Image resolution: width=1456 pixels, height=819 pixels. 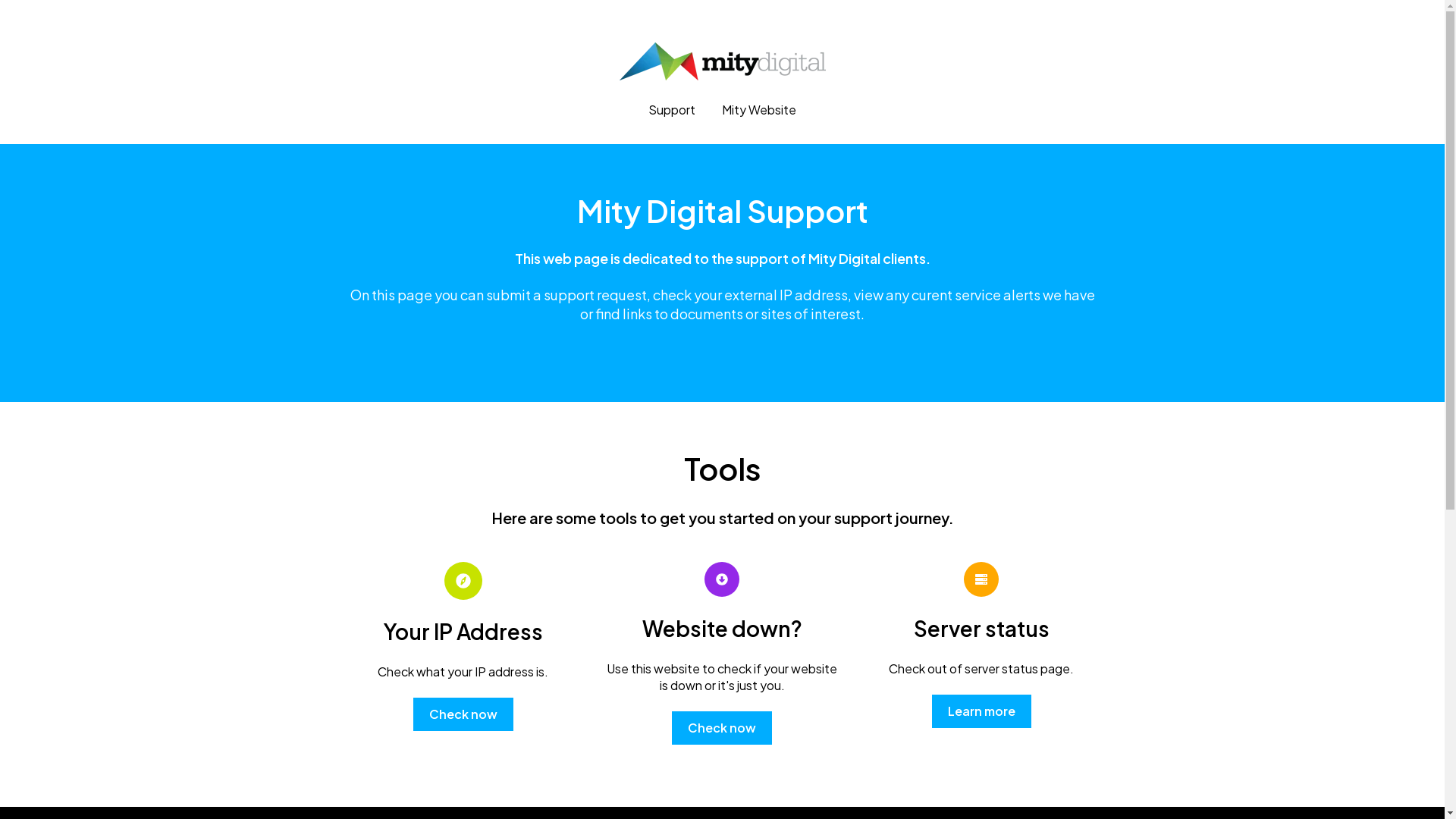 I want to click on 'Learn more', so click(x=930, y=711).